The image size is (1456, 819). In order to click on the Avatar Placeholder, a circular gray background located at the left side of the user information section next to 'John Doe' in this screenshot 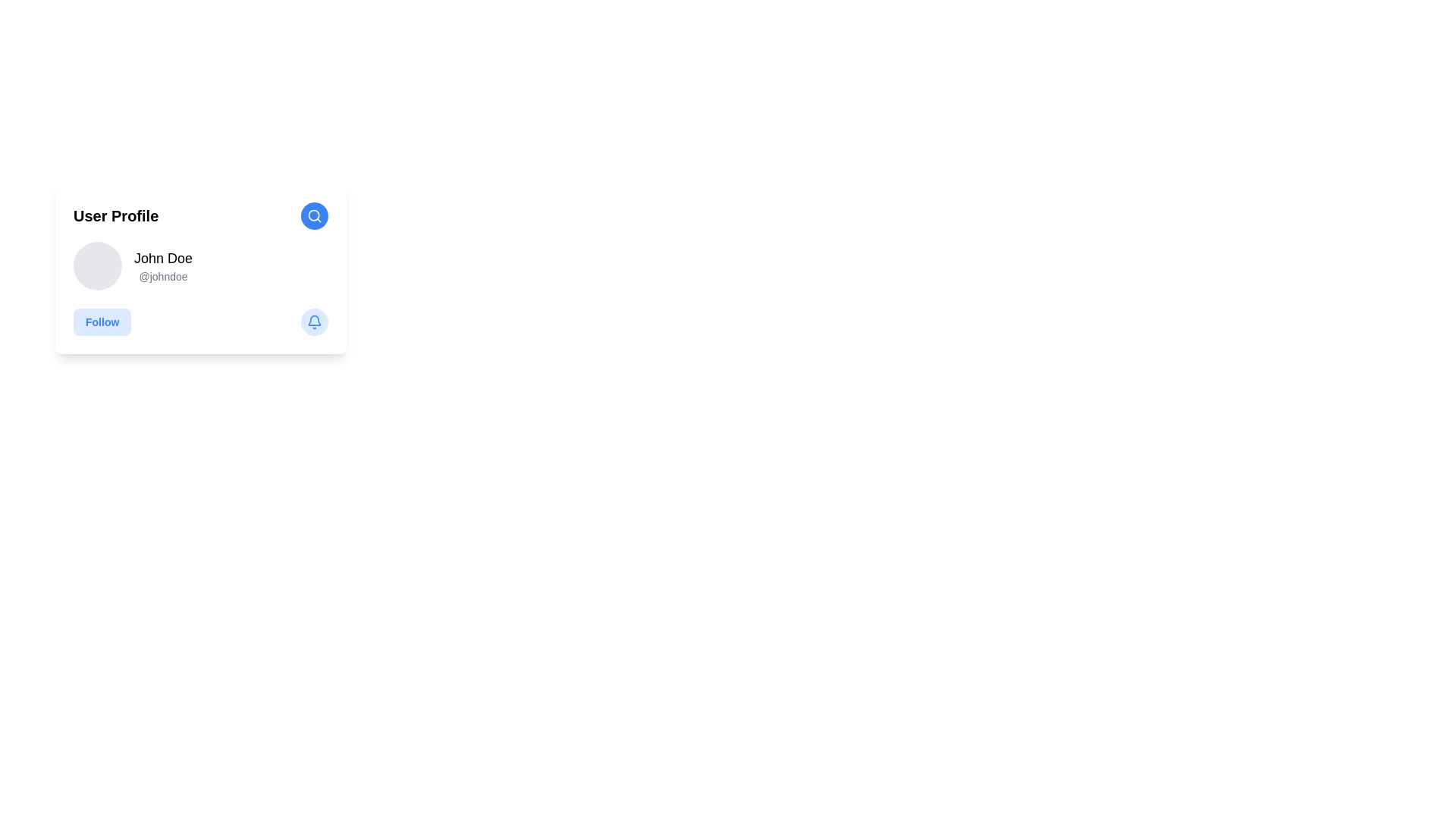, I will do `click(97, 265)`.